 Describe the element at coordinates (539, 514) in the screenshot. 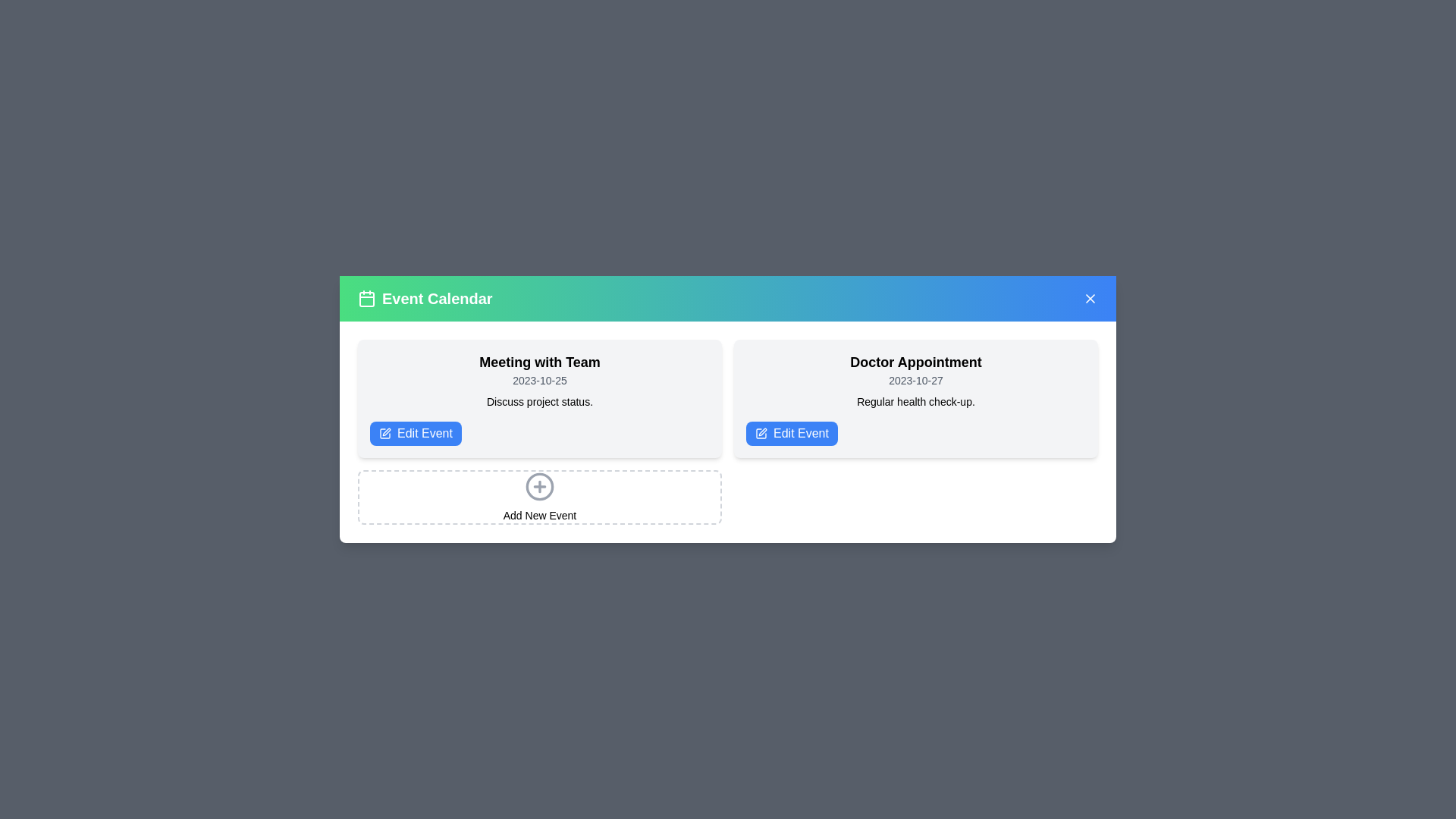

I see `the 'Add New Event' button to initiate the process of adding a new event` at that location.